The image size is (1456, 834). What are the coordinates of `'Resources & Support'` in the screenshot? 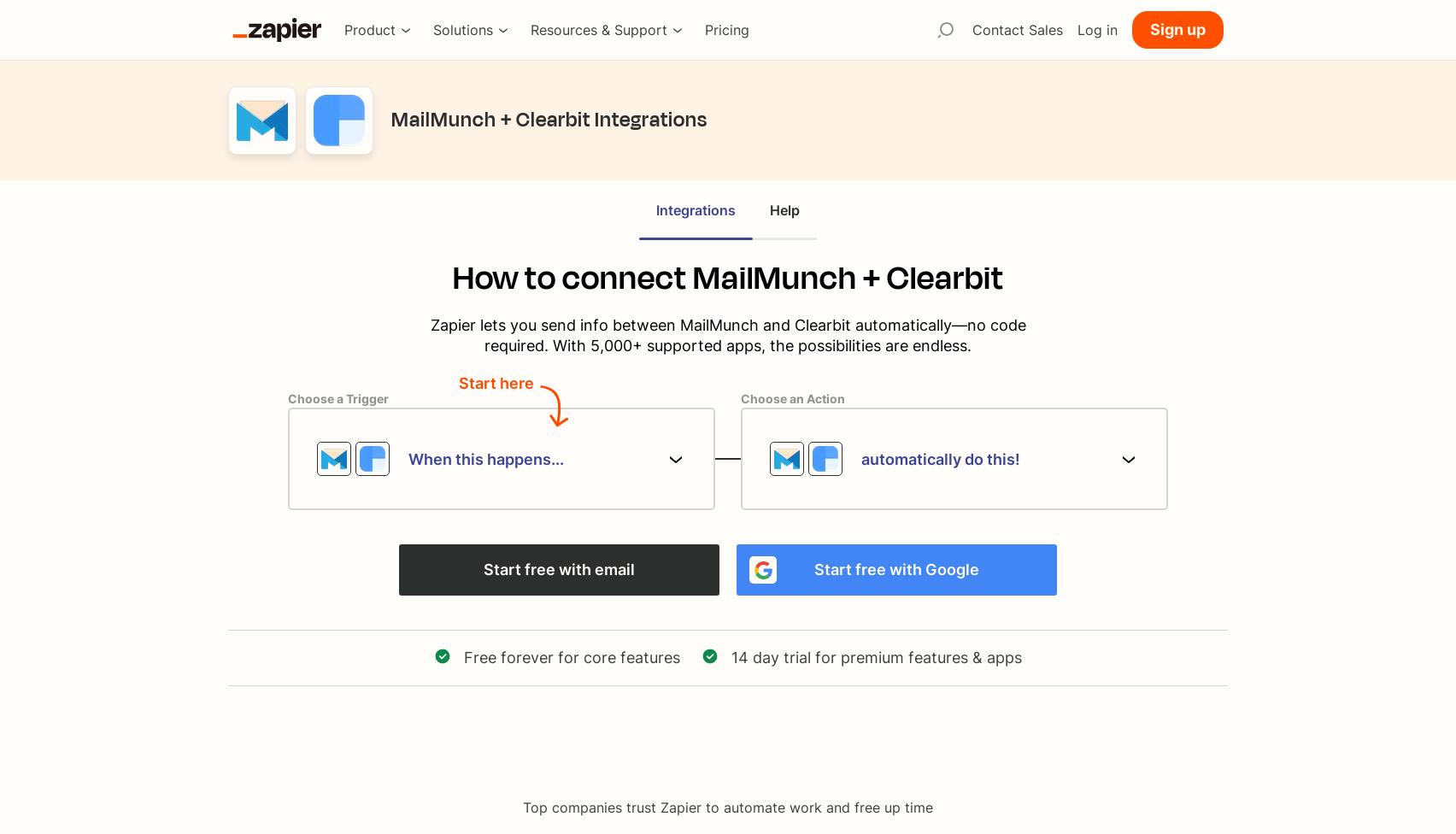 It's located at (598, 30).